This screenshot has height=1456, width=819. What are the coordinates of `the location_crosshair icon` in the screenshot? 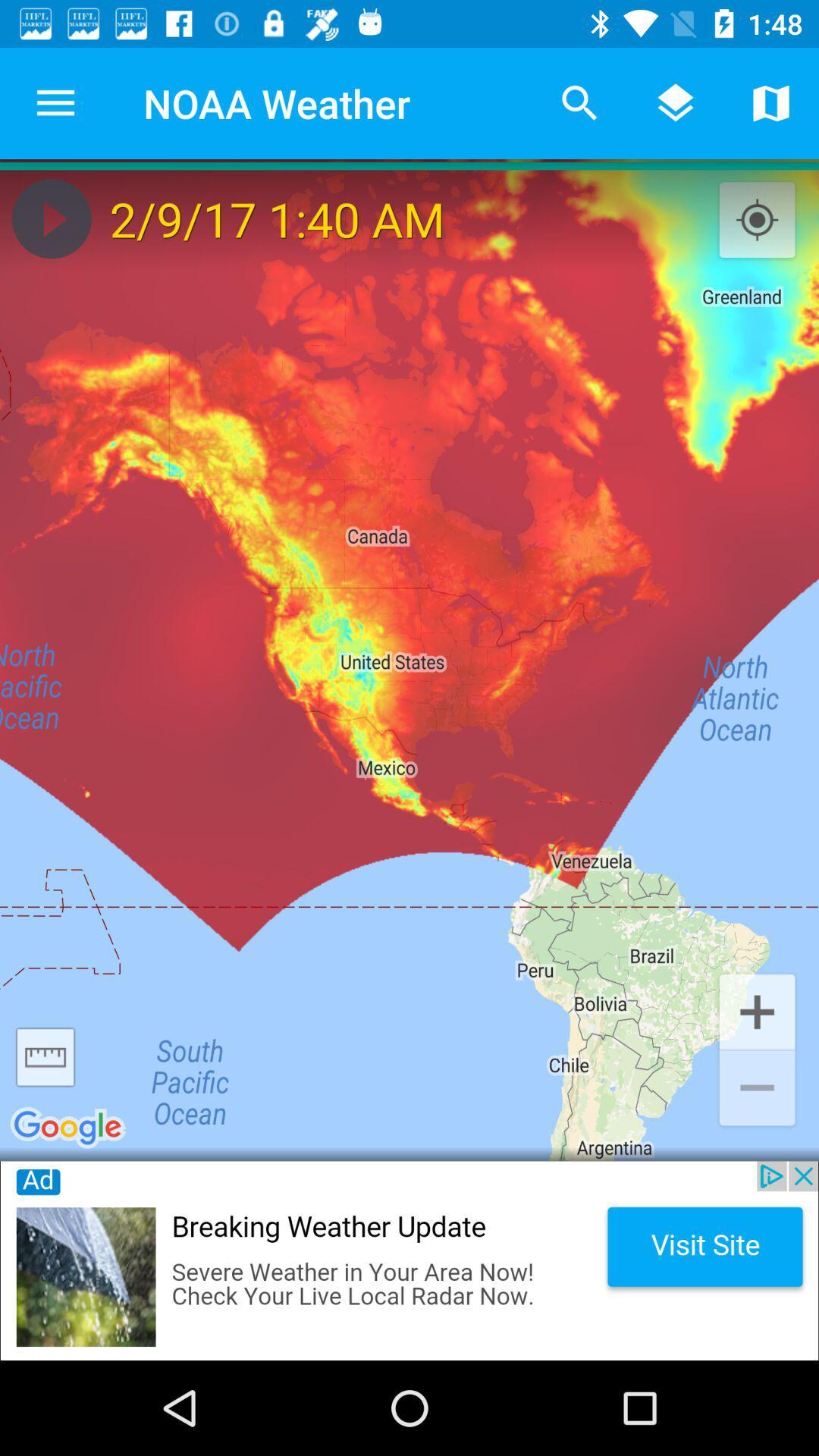 It's located at (757, 220).